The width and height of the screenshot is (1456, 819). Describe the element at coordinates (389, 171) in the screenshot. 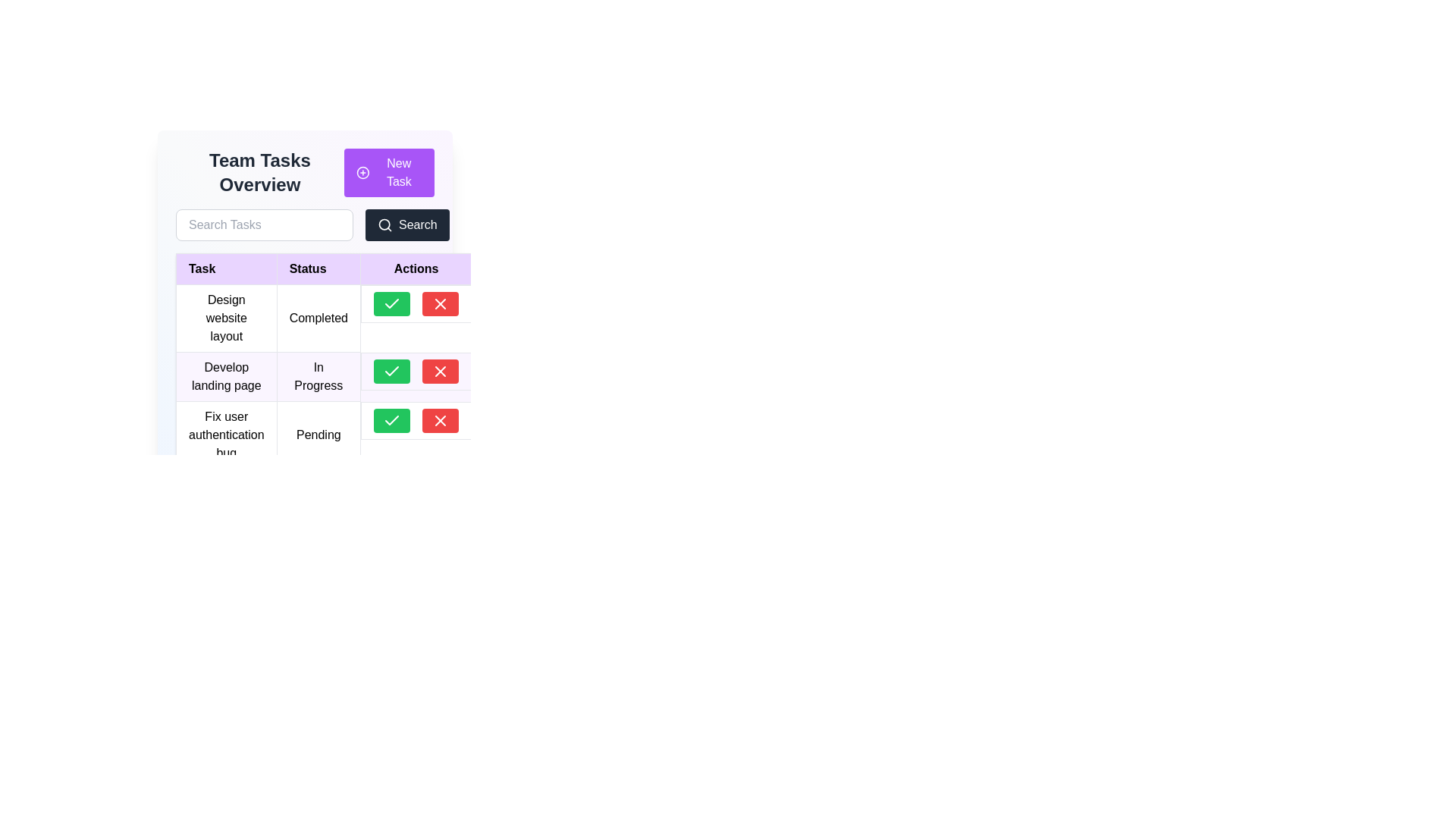

I see `the purple button labeled 'New Task' to visualize the hover effect` at that location.